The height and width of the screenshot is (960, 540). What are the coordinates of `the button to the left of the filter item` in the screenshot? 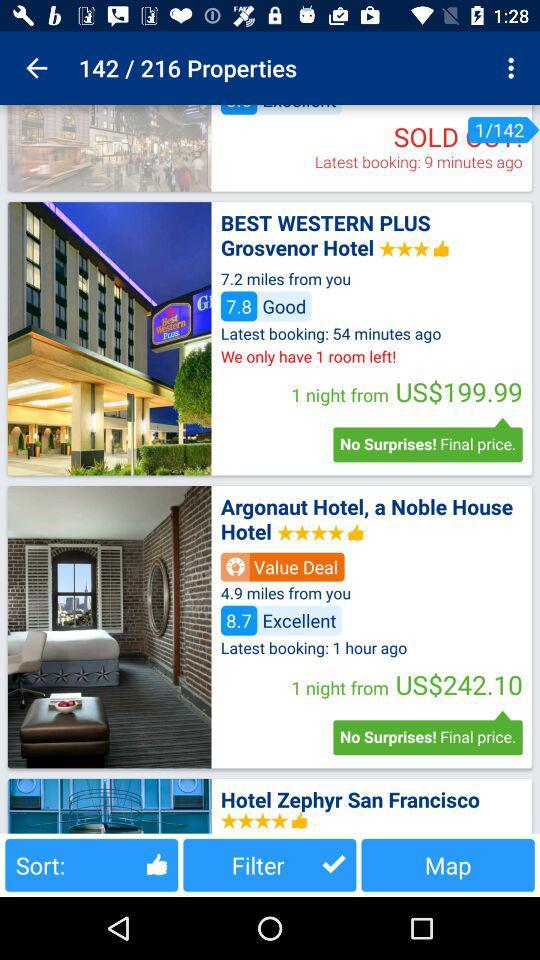 It's located at (90, 864).